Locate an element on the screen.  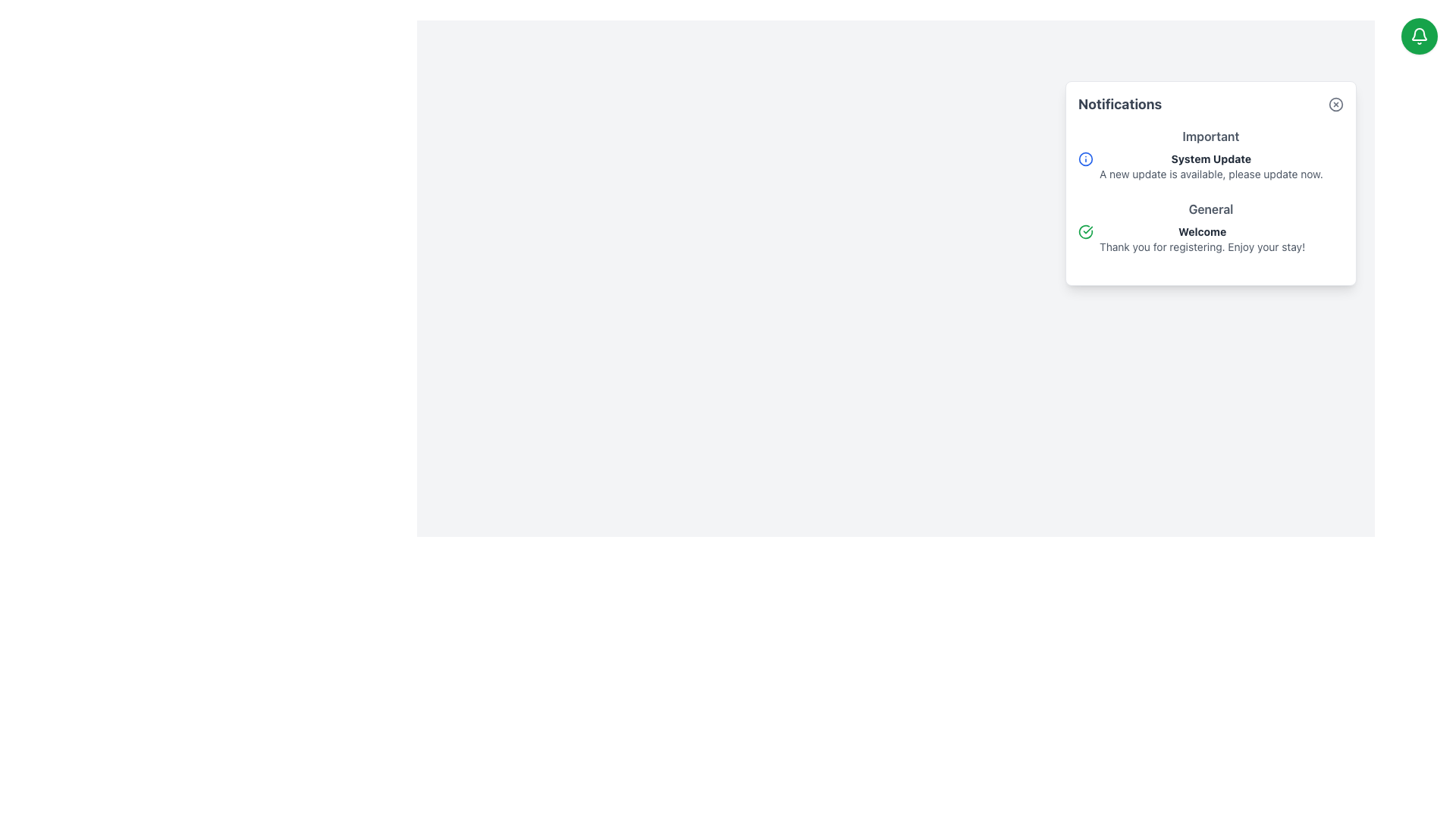
the text block that displays 'Thank you for registering. Enjoy your stay!' located in the notification panel under the 'General' category, positioned directly beneath the 'Welcome' heading is located at coordinates (1201, 246).